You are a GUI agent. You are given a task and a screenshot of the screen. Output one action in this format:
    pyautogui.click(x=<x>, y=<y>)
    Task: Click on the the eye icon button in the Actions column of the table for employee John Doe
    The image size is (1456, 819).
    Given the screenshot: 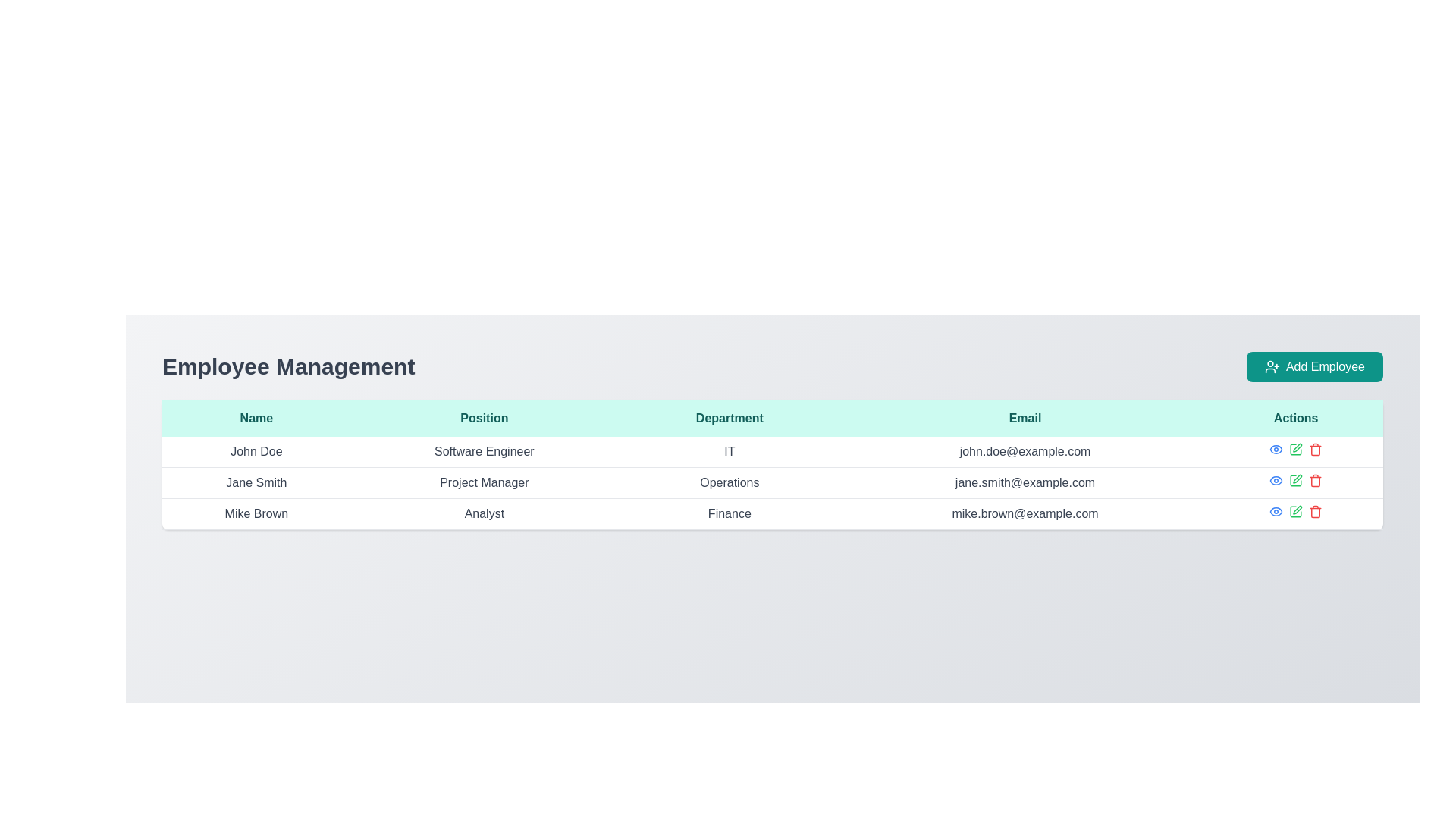 What is the action you would take?
    pyautogui.click(x=1276, y=449)
    